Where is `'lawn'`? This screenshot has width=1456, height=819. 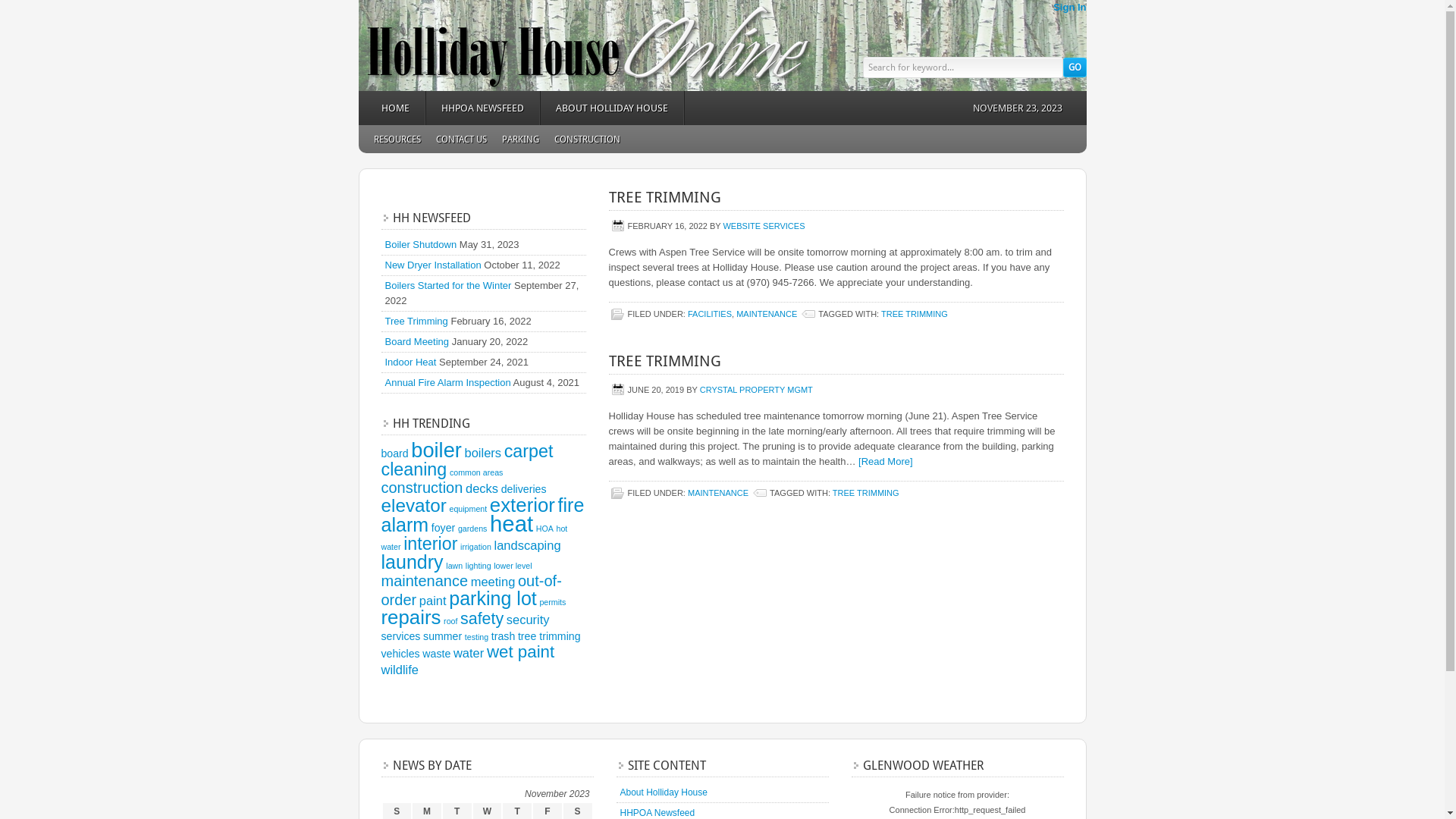 'lawn' is located at coordinates (453, 565).